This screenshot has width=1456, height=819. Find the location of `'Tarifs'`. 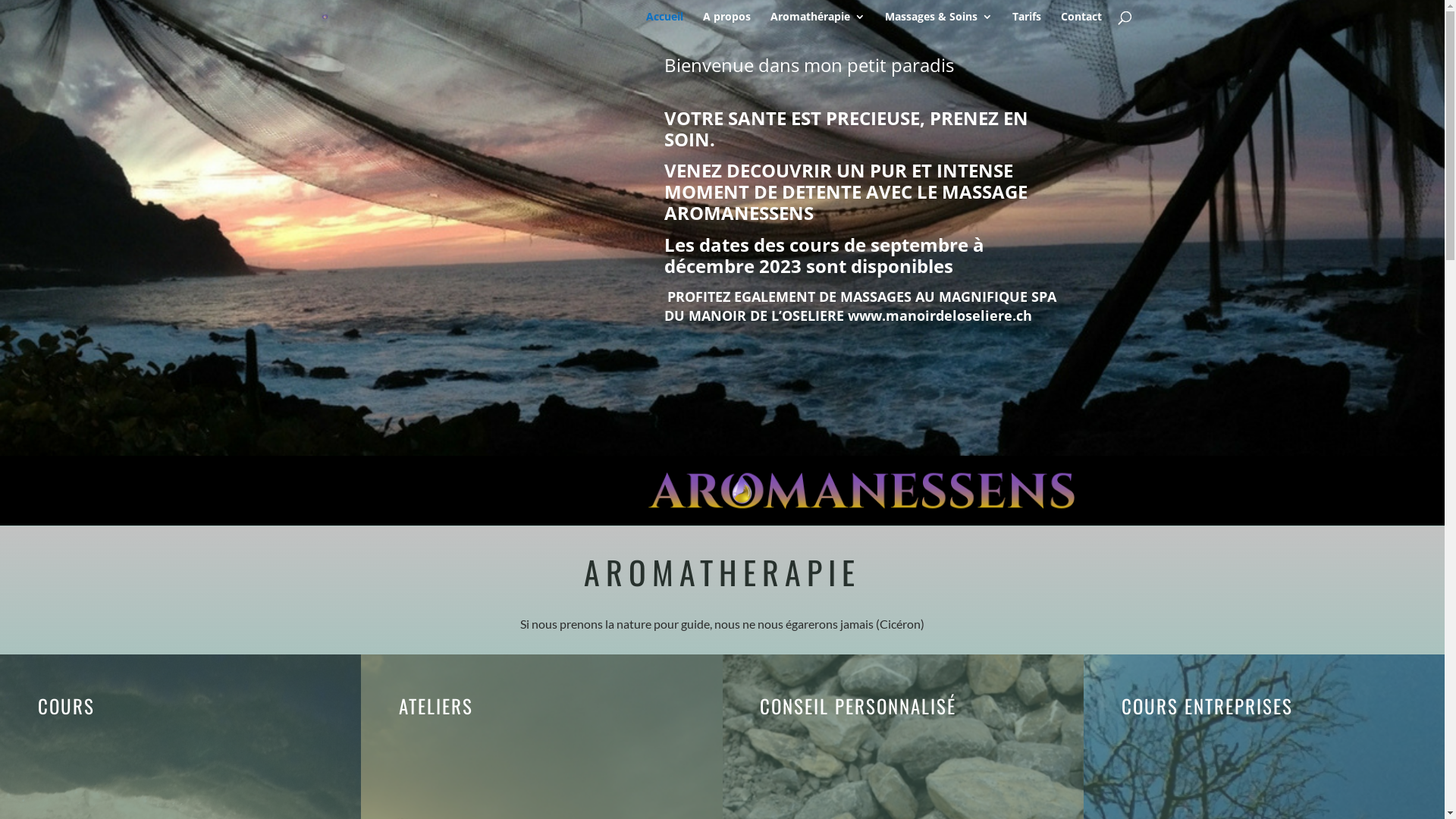

'Tarifs' is located at coordinates (1026, 22).